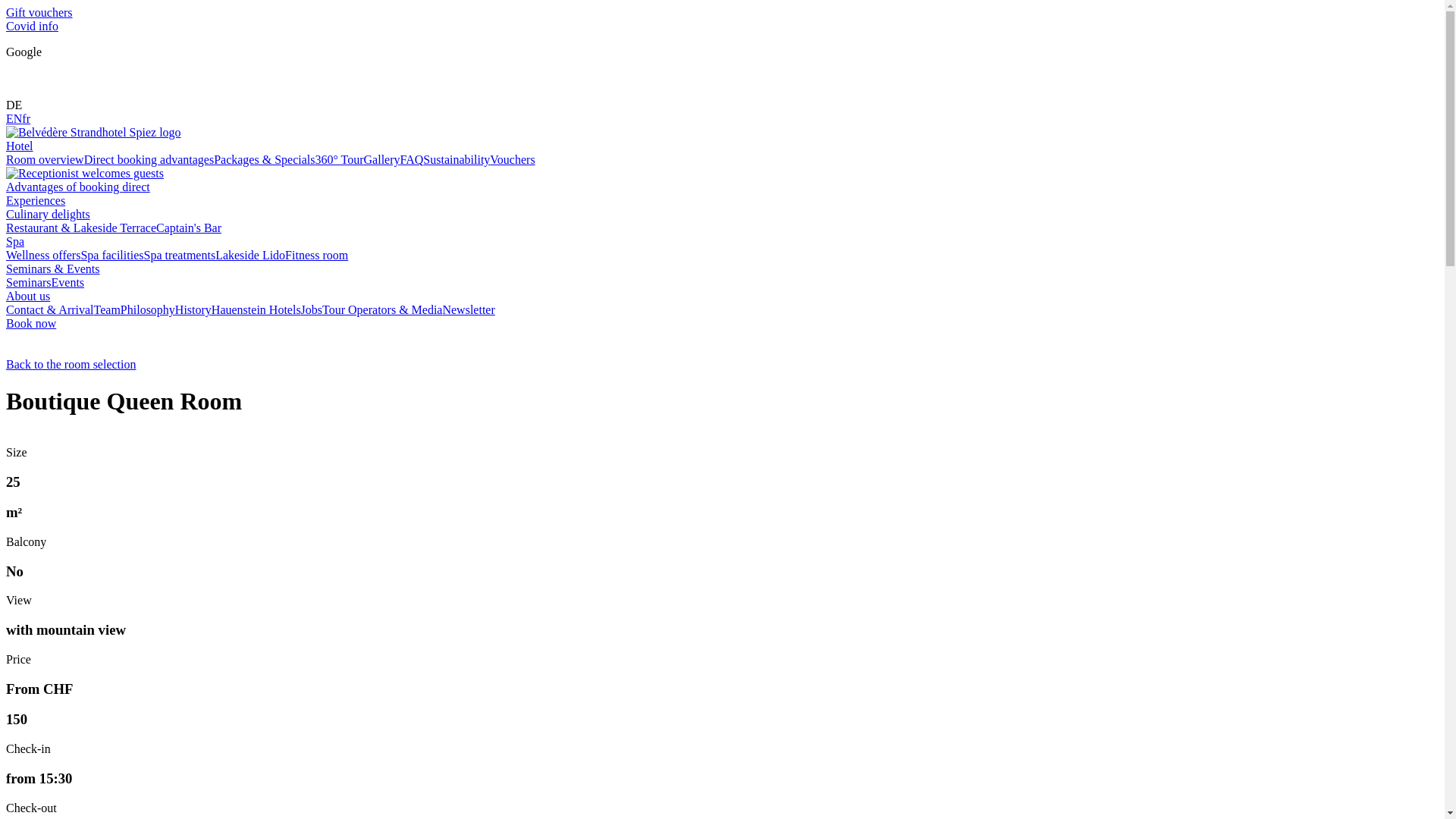  Describe the element at coordinates (21, 118) in the screenshot. I see `'fr'` at that location.